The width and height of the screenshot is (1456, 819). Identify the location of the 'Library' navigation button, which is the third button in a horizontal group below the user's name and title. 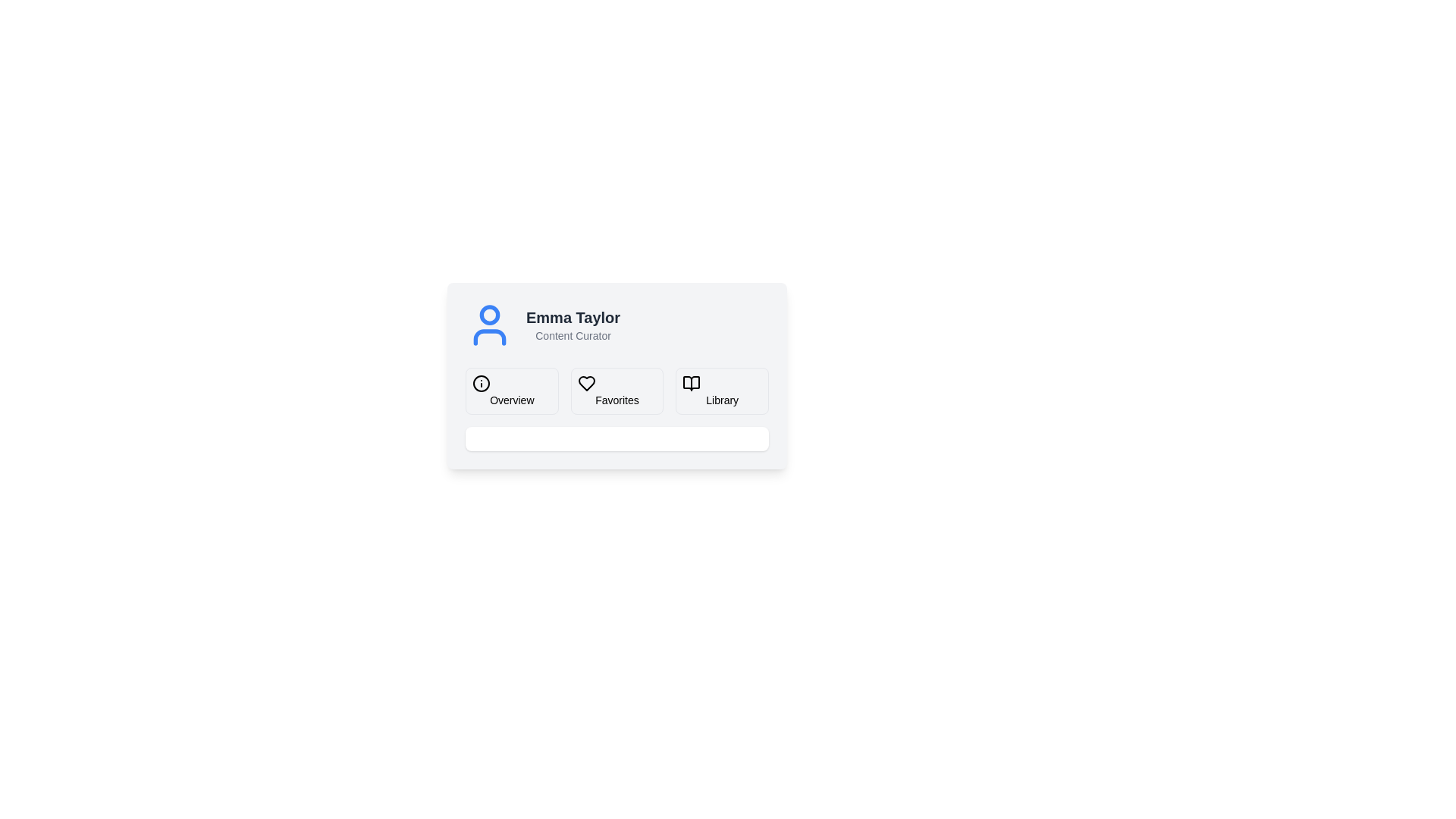
(721, 391).